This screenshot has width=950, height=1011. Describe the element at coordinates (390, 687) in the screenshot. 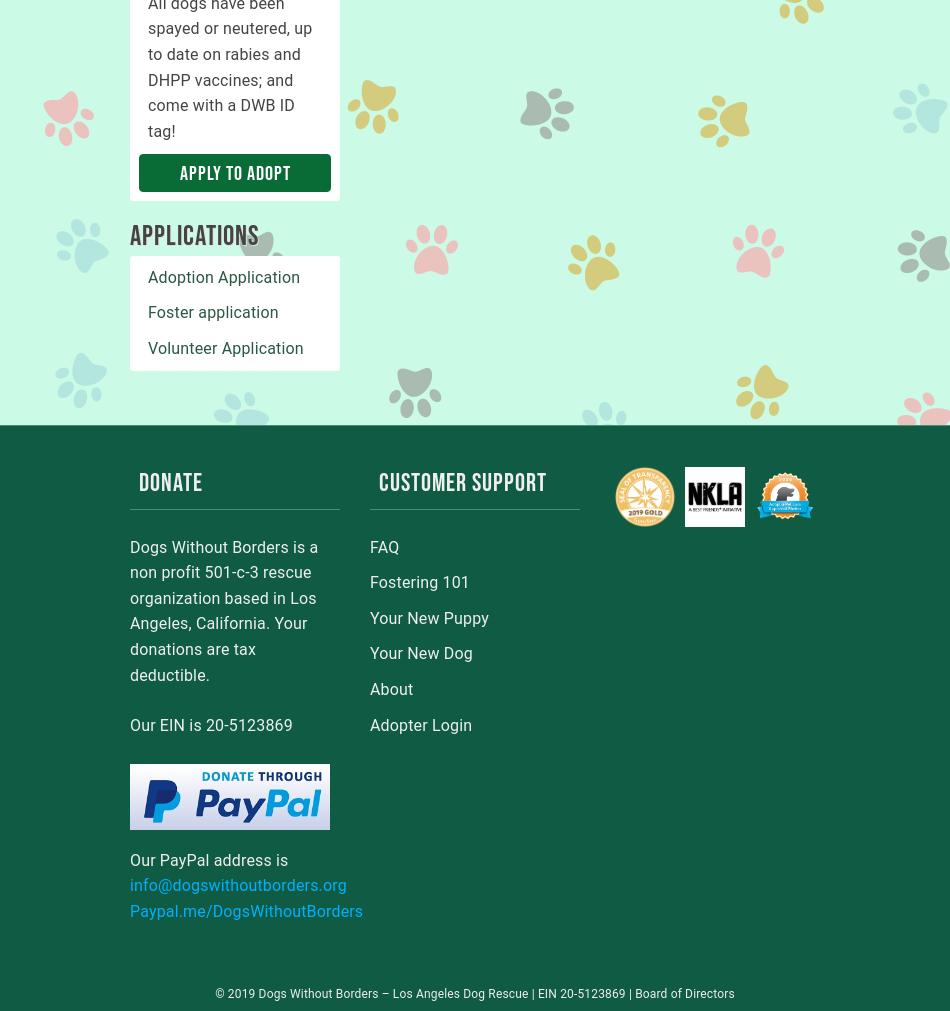

I see `'About'` at that location.